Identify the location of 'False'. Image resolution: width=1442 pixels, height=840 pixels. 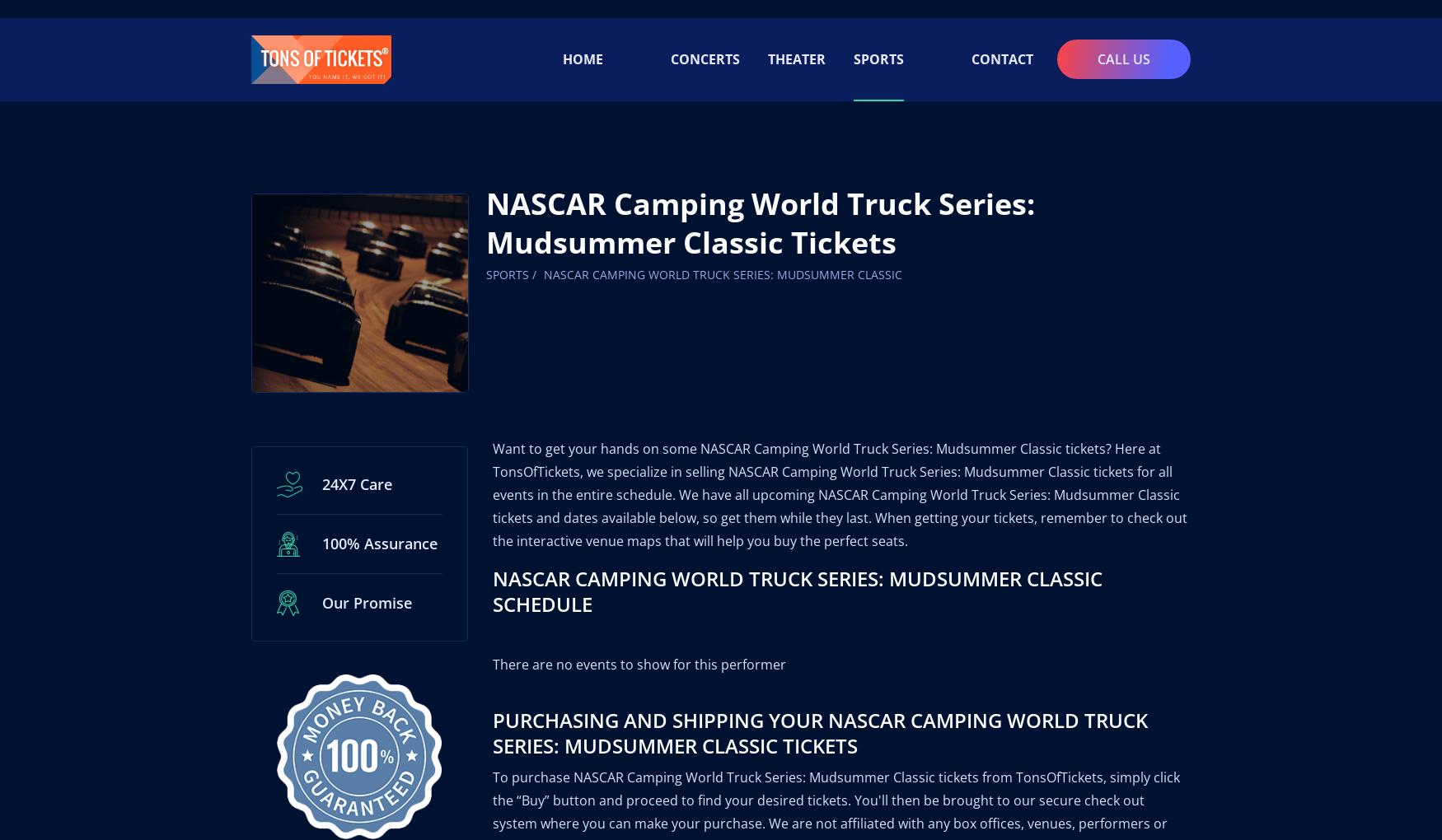
(500, 295).